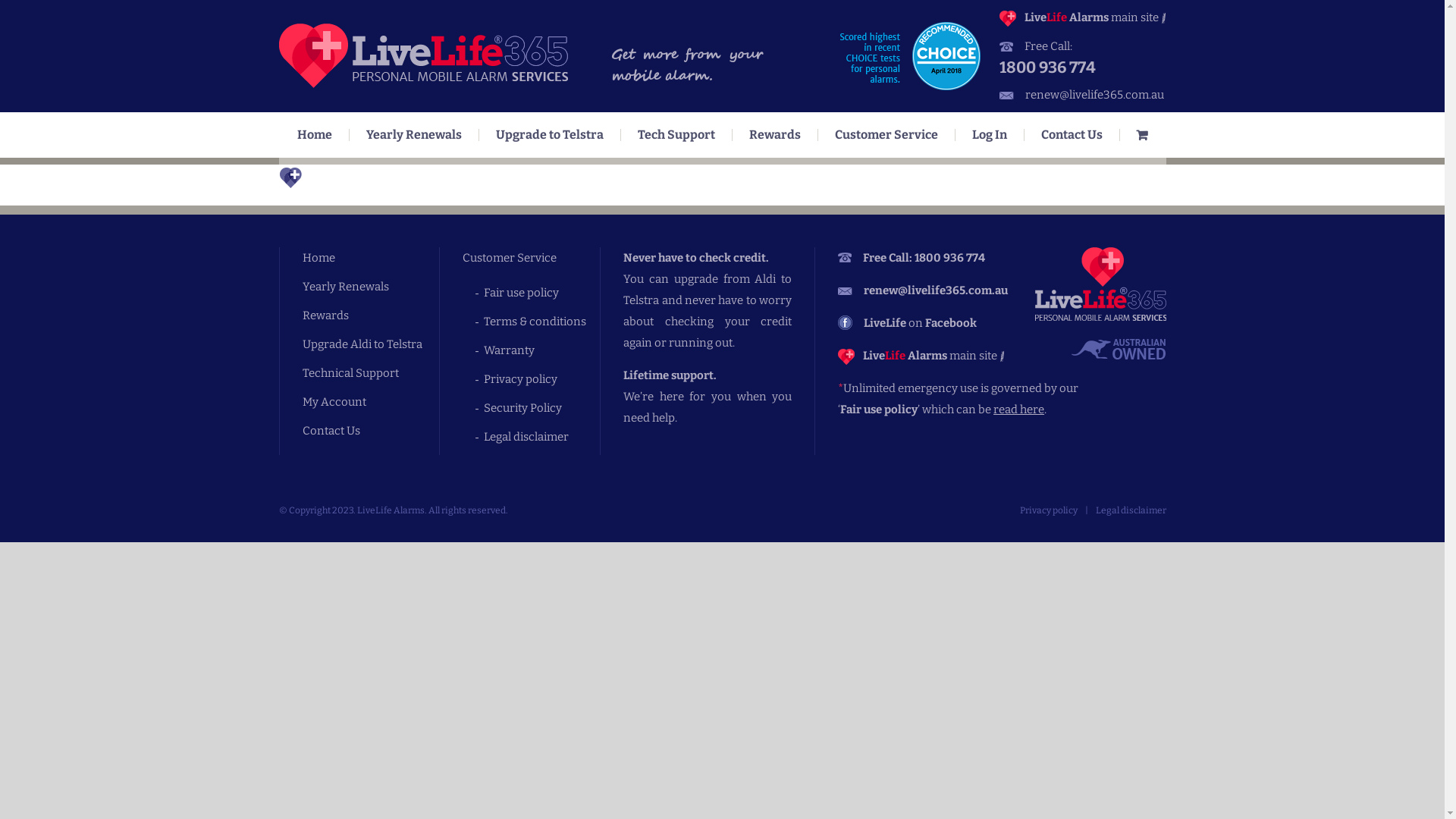 Image resolution: width=1456 pixels, height=819 pixels. What do you see at coordinates (541, 378) in the screenshot?
I see `'Privacy policy'` at bounding box center [541, 378].